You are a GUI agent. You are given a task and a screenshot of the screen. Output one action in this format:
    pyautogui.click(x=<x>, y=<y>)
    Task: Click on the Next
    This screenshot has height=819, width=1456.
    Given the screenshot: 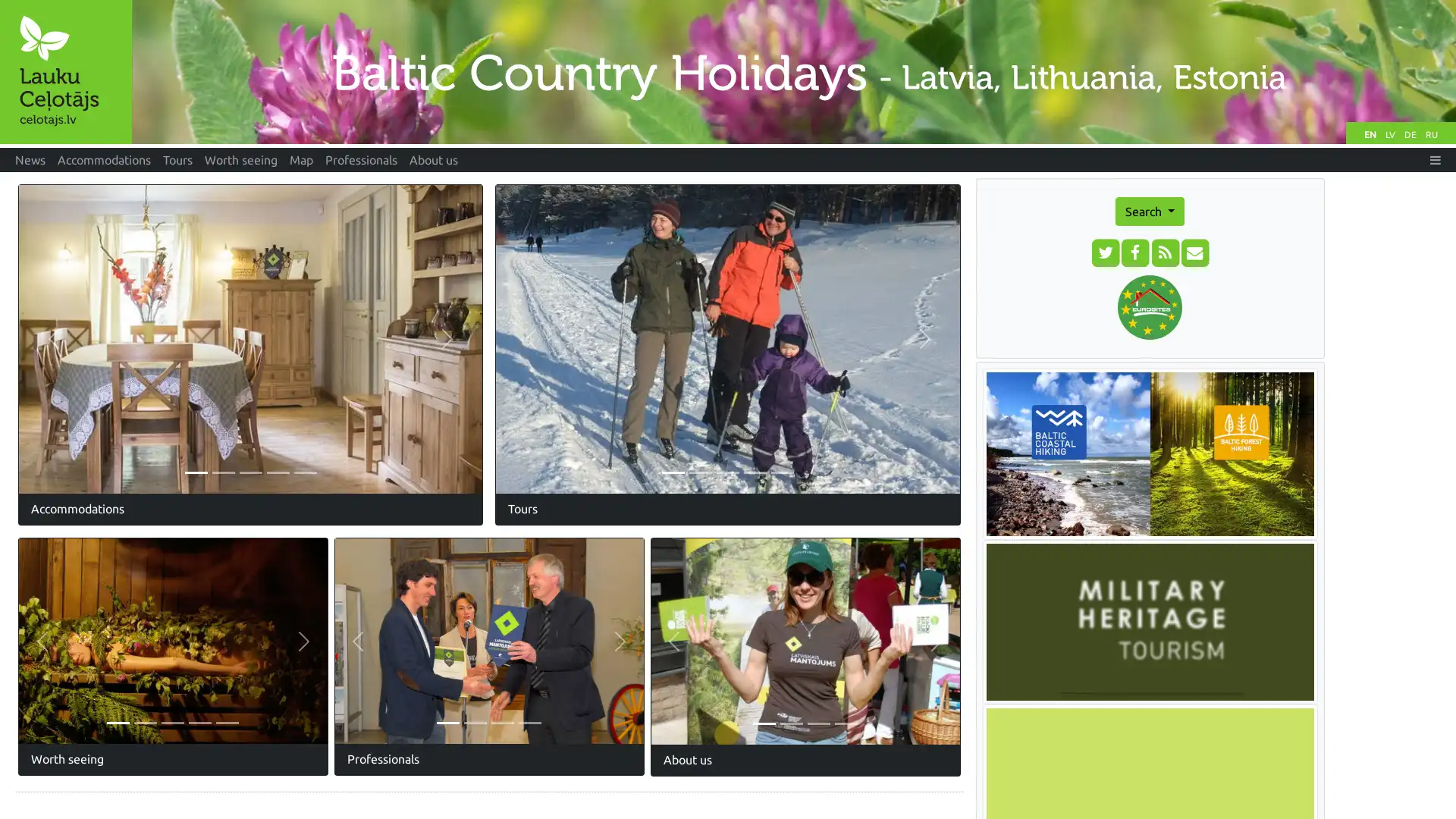 What is the action you would take?
    pyautogui.click(x=303, y=641)
    